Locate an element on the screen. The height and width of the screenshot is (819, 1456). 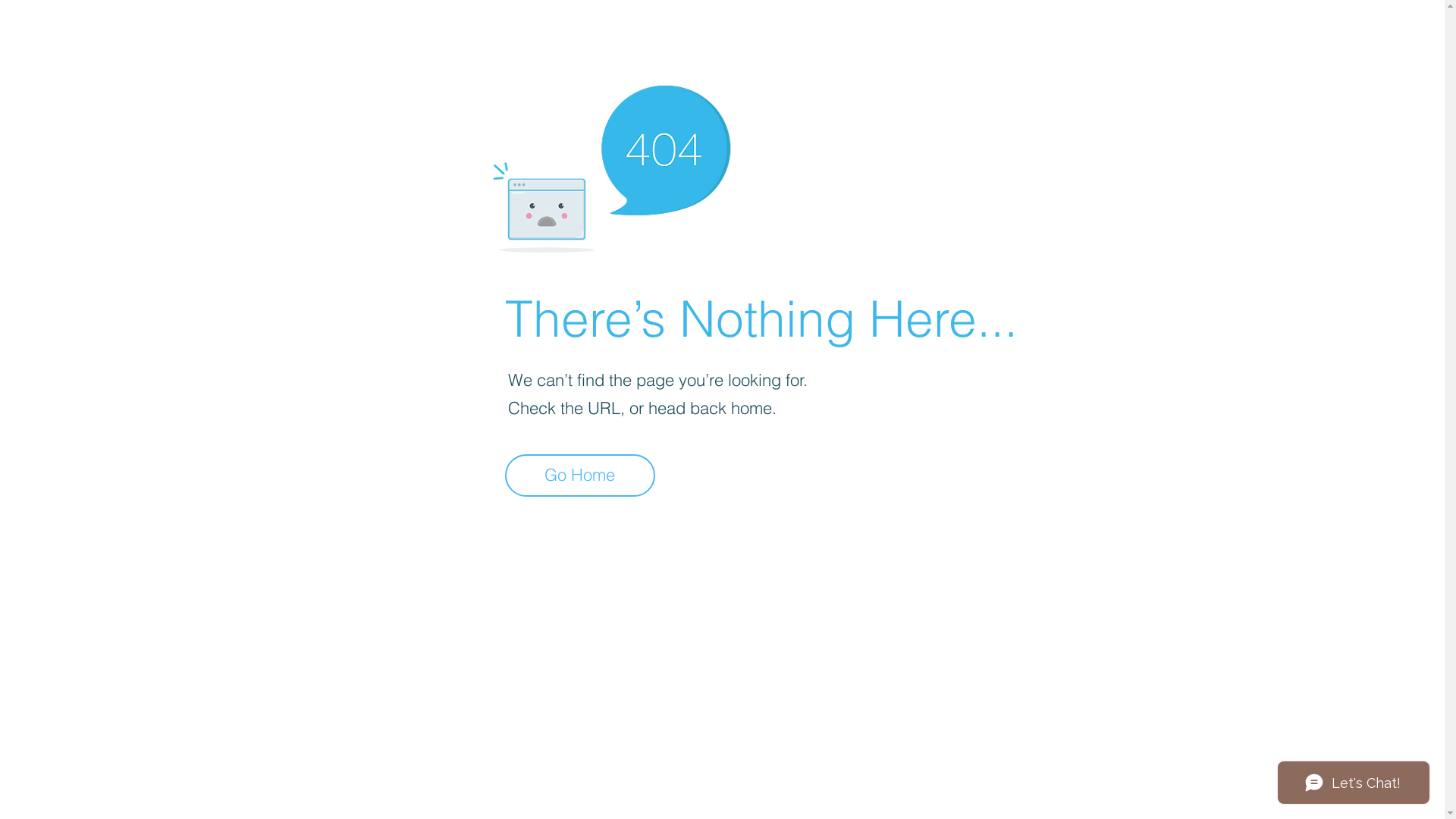
'Go Home' is located at coordinates (579, 475).